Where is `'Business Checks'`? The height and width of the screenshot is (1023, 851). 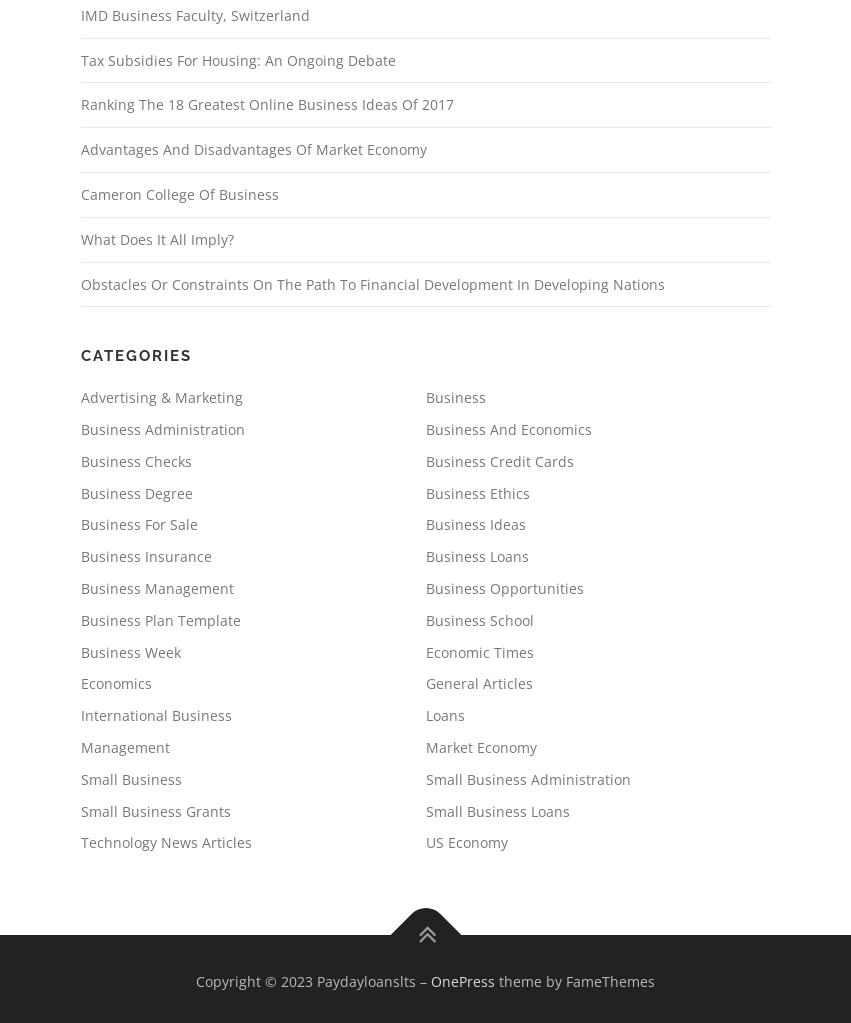 'Business Checks' is located at coordinates (135, 459).